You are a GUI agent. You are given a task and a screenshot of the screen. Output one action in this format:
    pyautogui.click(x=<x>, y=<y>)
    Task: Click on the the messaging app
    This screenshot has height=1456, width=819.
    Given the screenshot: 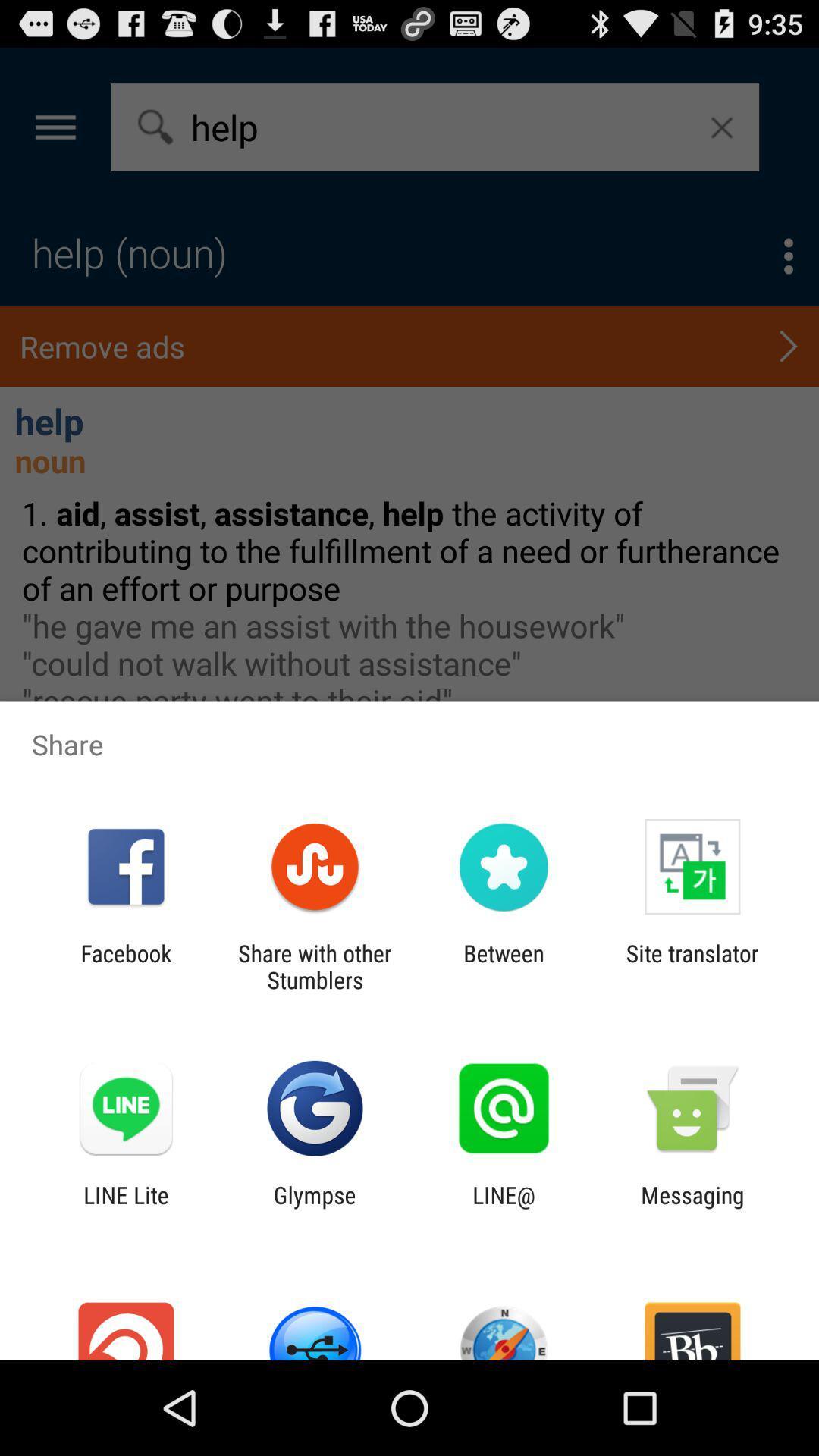 What is the action you would take?
    pyautogui.click(x=692, y=1207)
    